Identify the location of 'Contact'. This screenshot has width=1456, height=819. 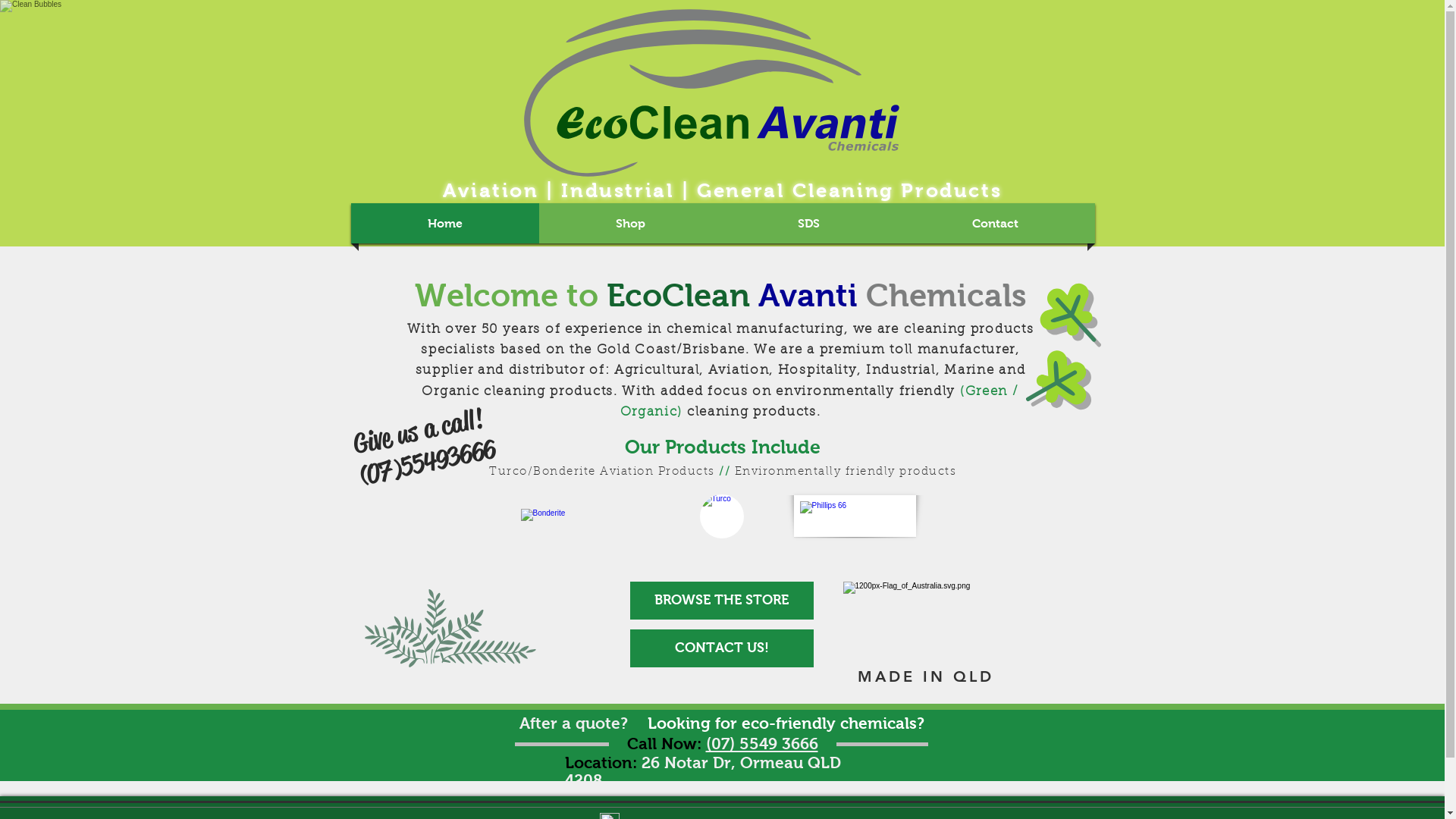
(994, 223).